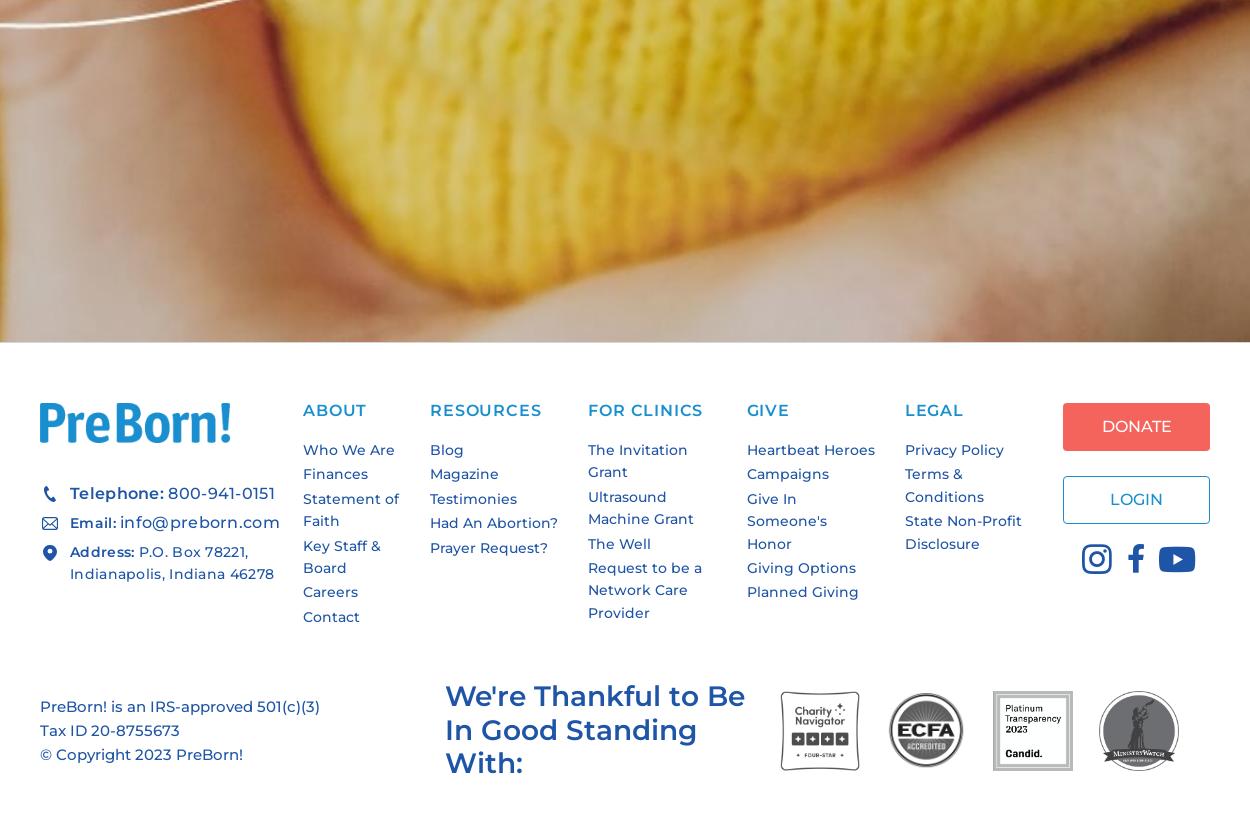  I want to click on 'In Good Standing With:', so click(570, 745).